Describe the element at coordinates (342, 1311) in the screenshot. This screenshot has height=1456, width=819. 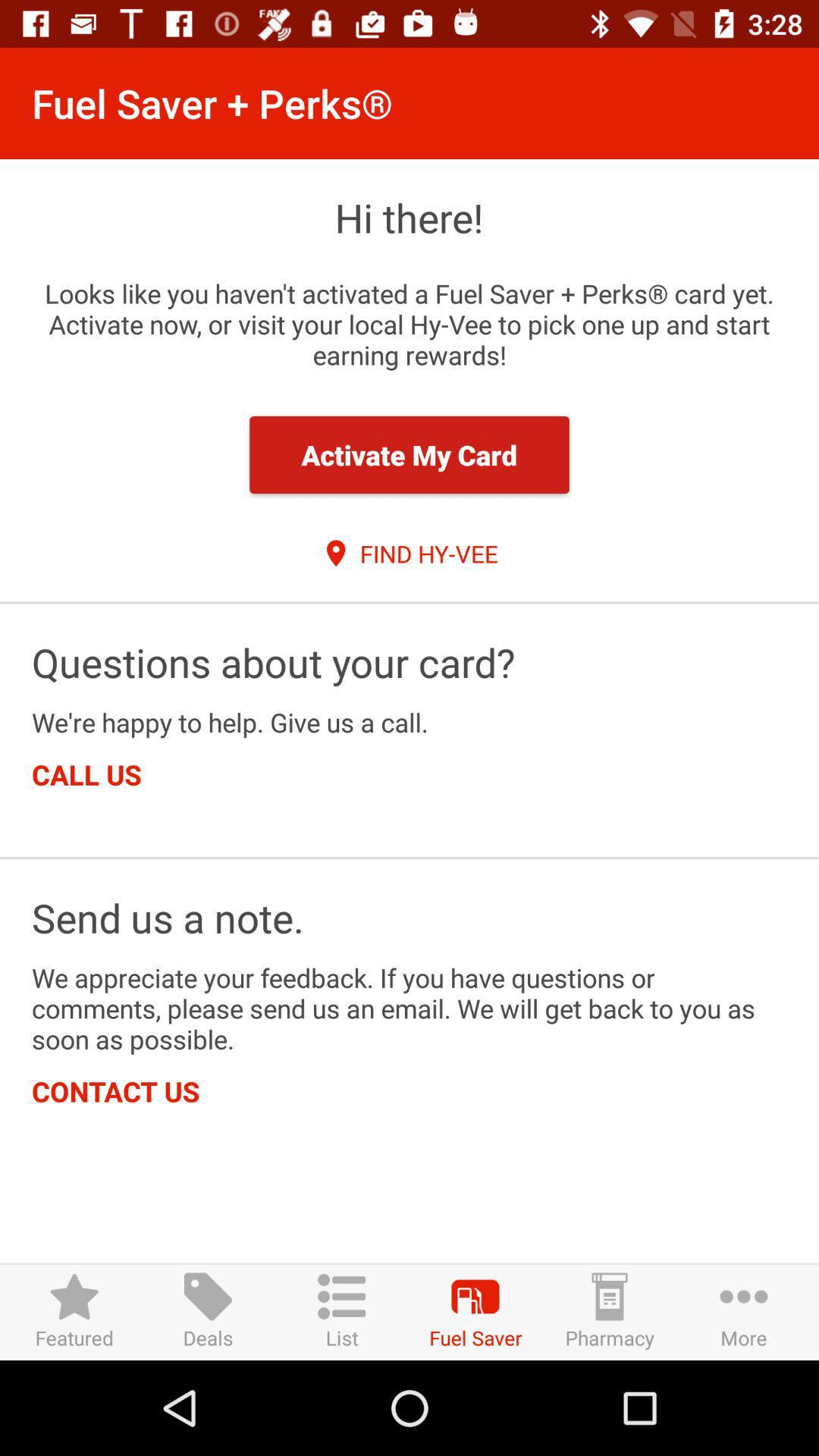
I see `icon next to the fuel saver icon` at that location.